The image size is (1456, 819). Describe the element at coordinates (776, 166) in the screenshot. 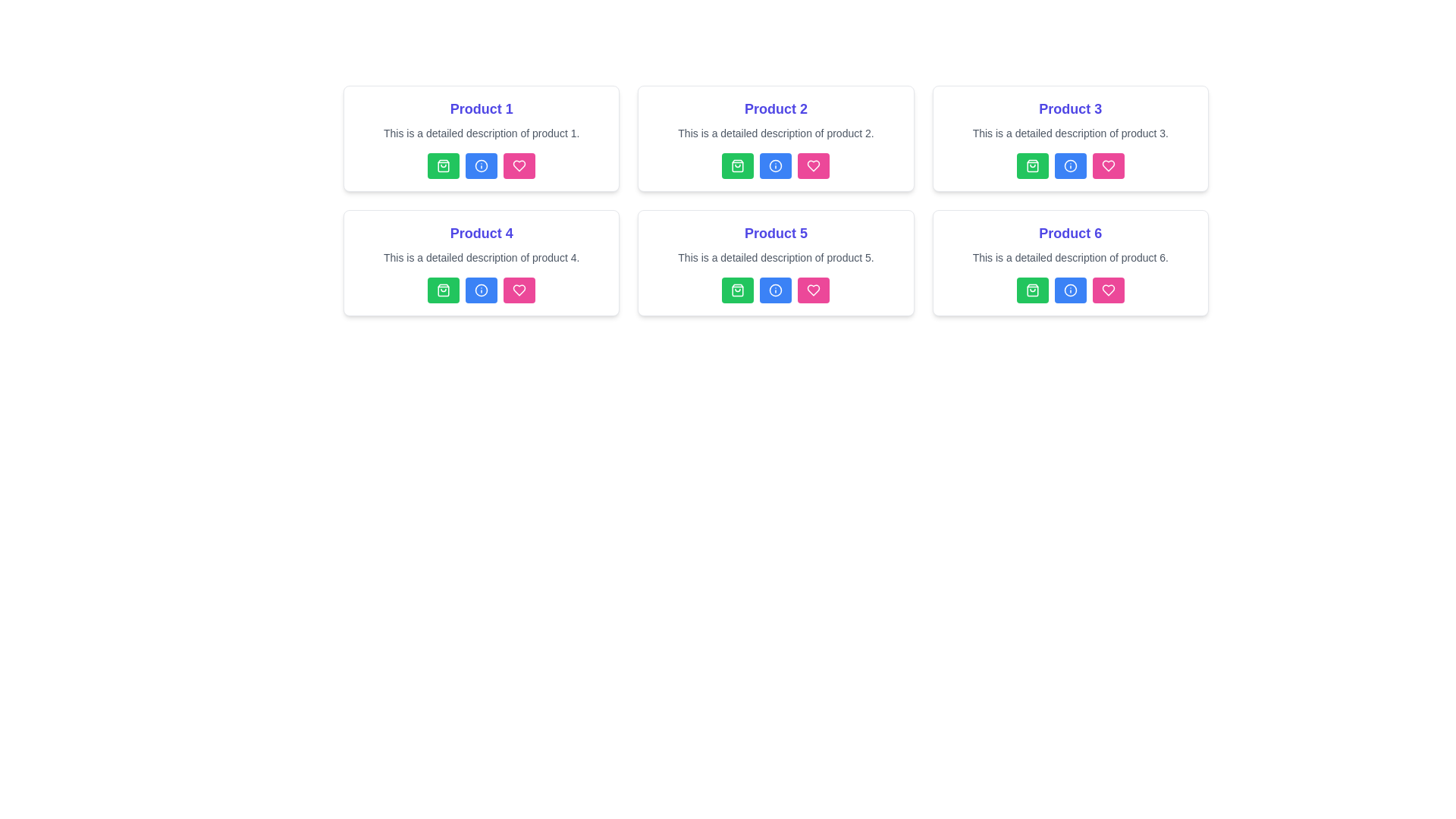

I see `the circle button located in the center of the row of three icons below 'Product 2'` at that location.